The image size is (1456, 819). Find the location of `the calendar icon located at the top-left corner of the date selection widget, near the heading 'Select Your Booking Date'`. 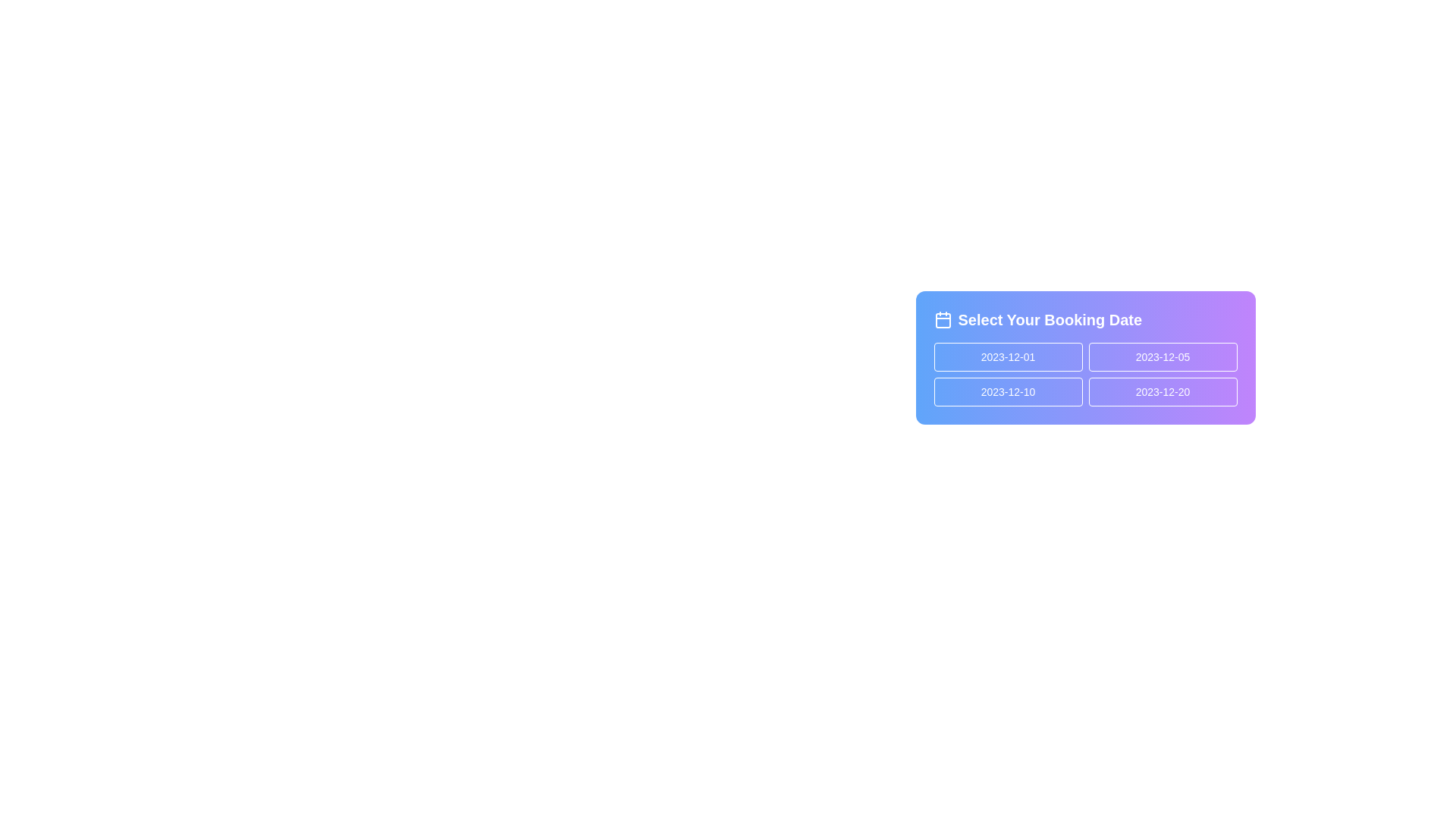

the calendar icon located at the top-left corner of the date selection widget, near the heading 'Select Your Booking Date' is located at coordinates (942, 320).